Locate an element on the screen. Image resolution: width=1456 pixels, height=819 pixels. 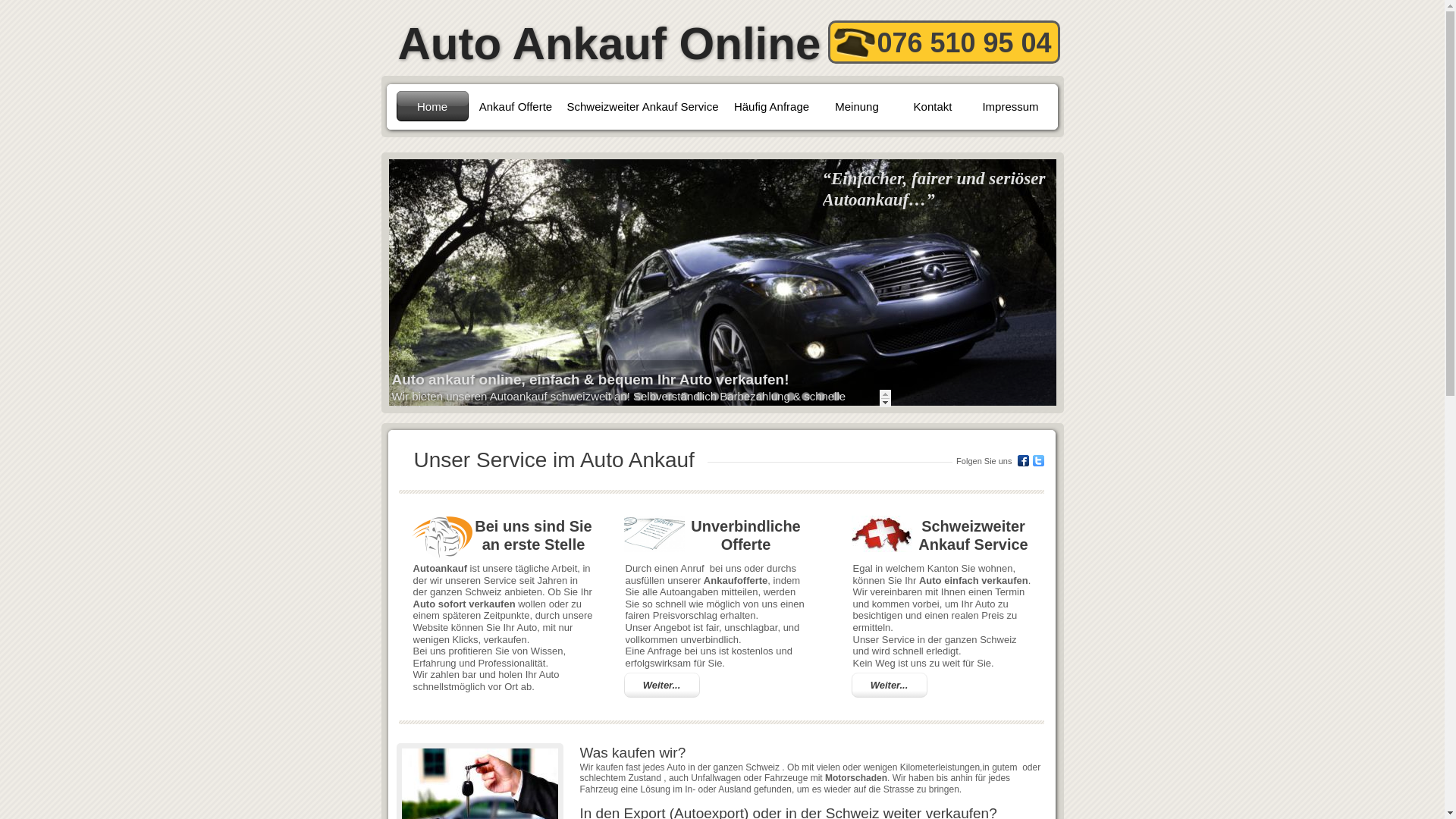
'Kontakt' is located at coordinates (932, 105).